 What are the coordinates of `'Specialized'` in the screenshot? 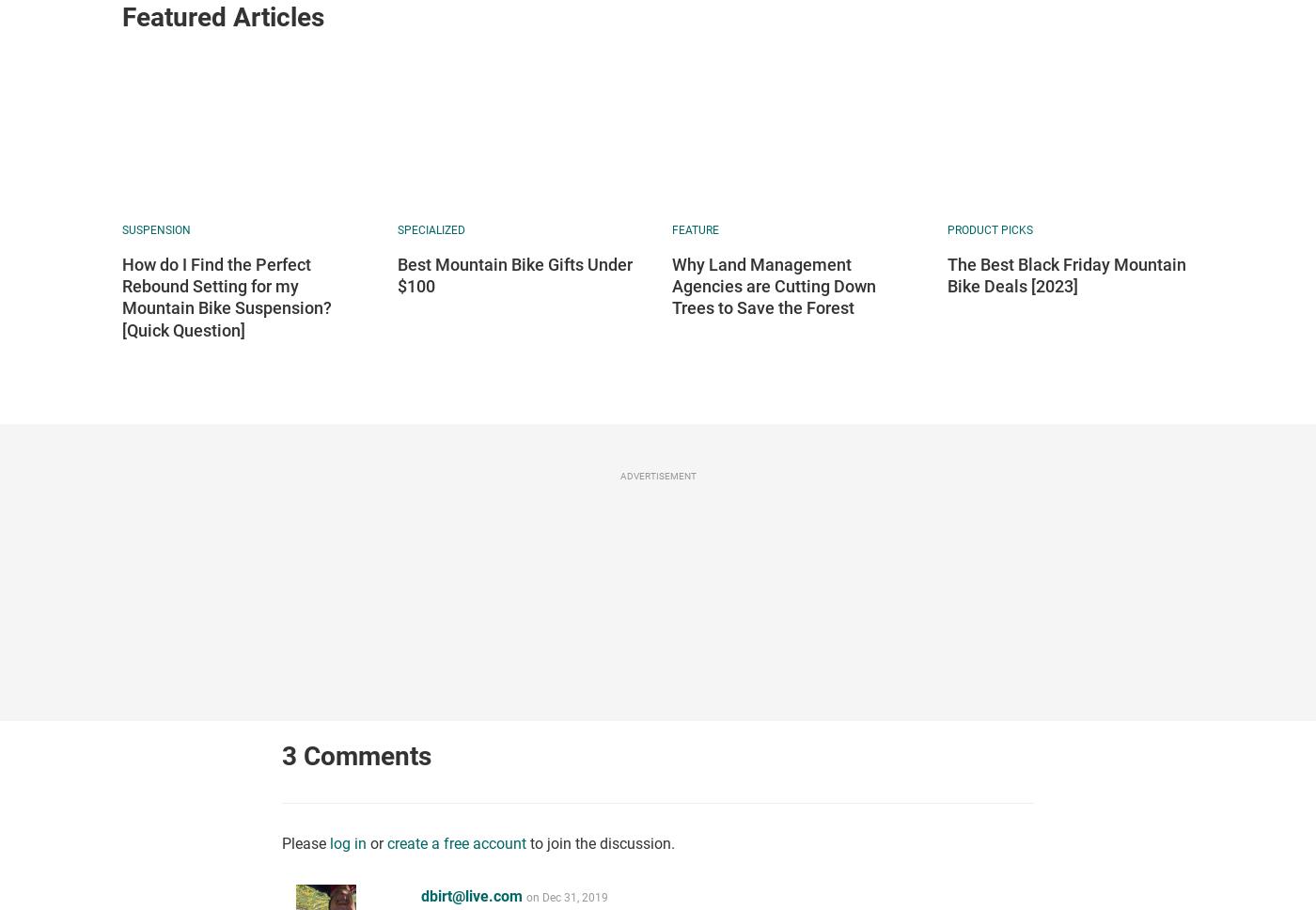 It's located at (396, 229).